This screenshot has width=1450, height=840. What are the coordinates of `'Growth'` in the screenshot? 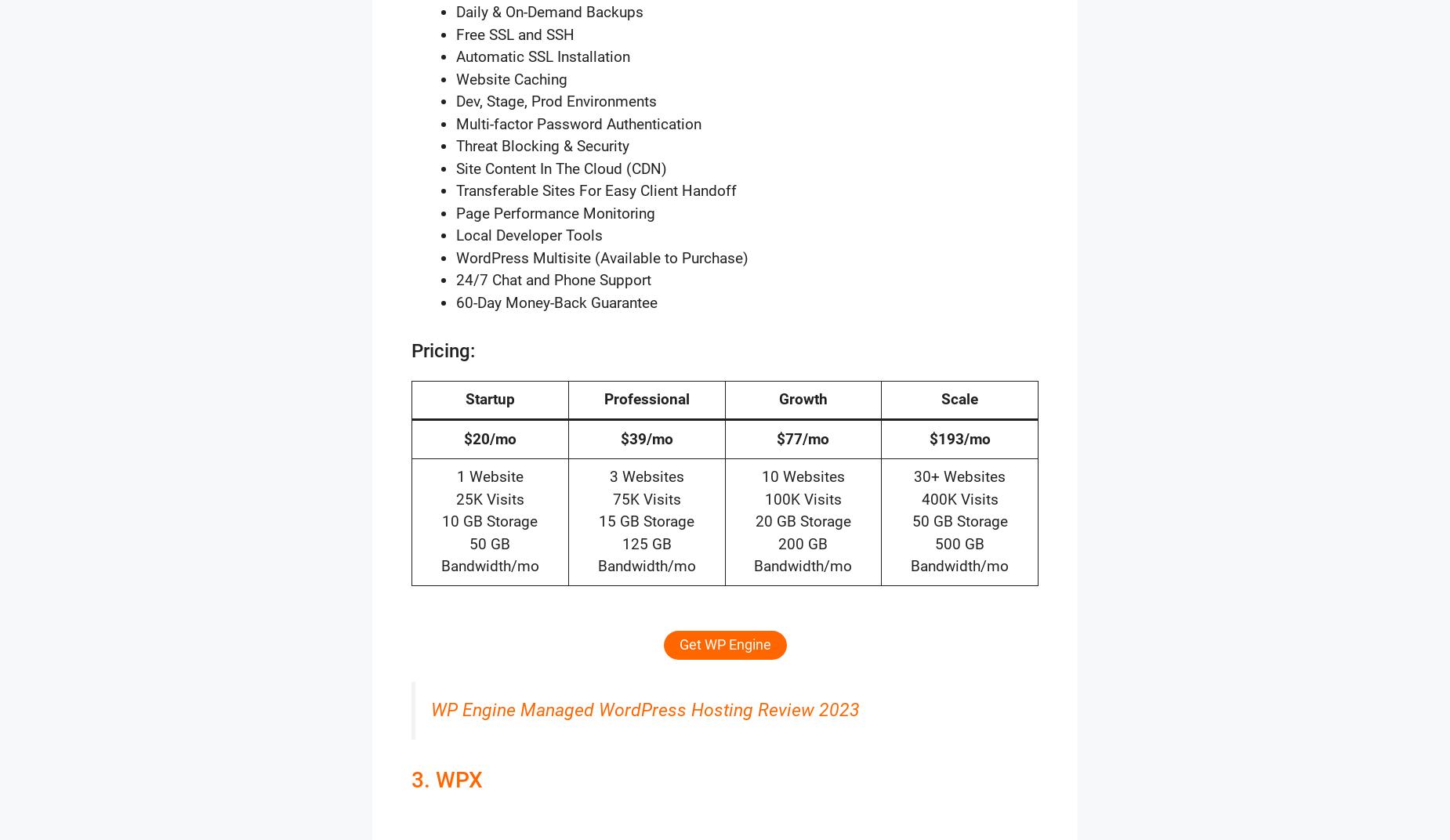 It's located at (801, 399).